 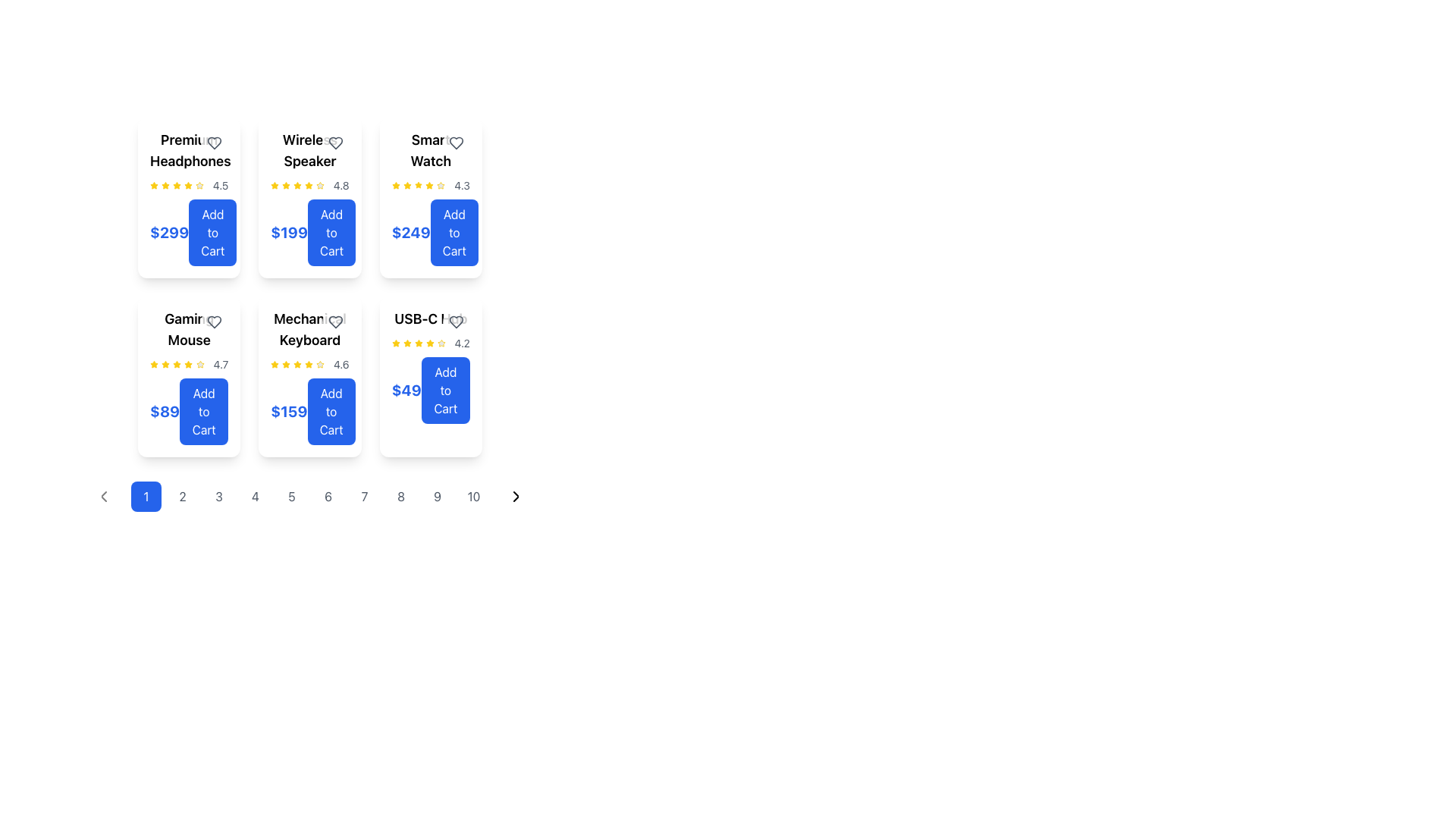 I want to click on the sixth star icon representing the rating score for the product 'Gaming Mouse' in the product card layout, so click(x=188, y=365).